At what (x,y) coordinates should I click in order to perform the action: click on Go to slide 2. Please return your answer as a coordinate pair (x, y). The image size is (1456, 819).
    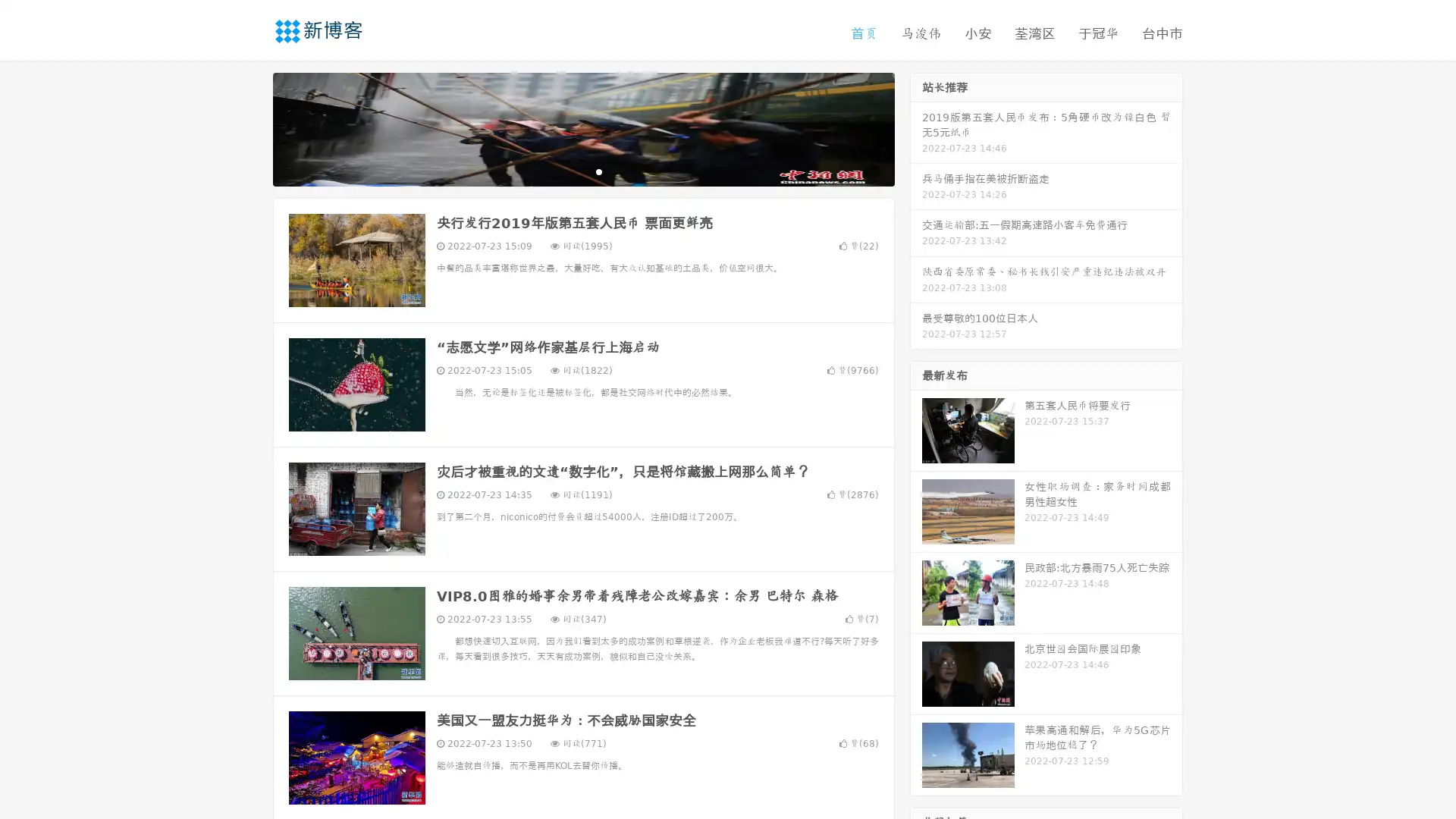
    Looking at the image, I should click on (582, 171).